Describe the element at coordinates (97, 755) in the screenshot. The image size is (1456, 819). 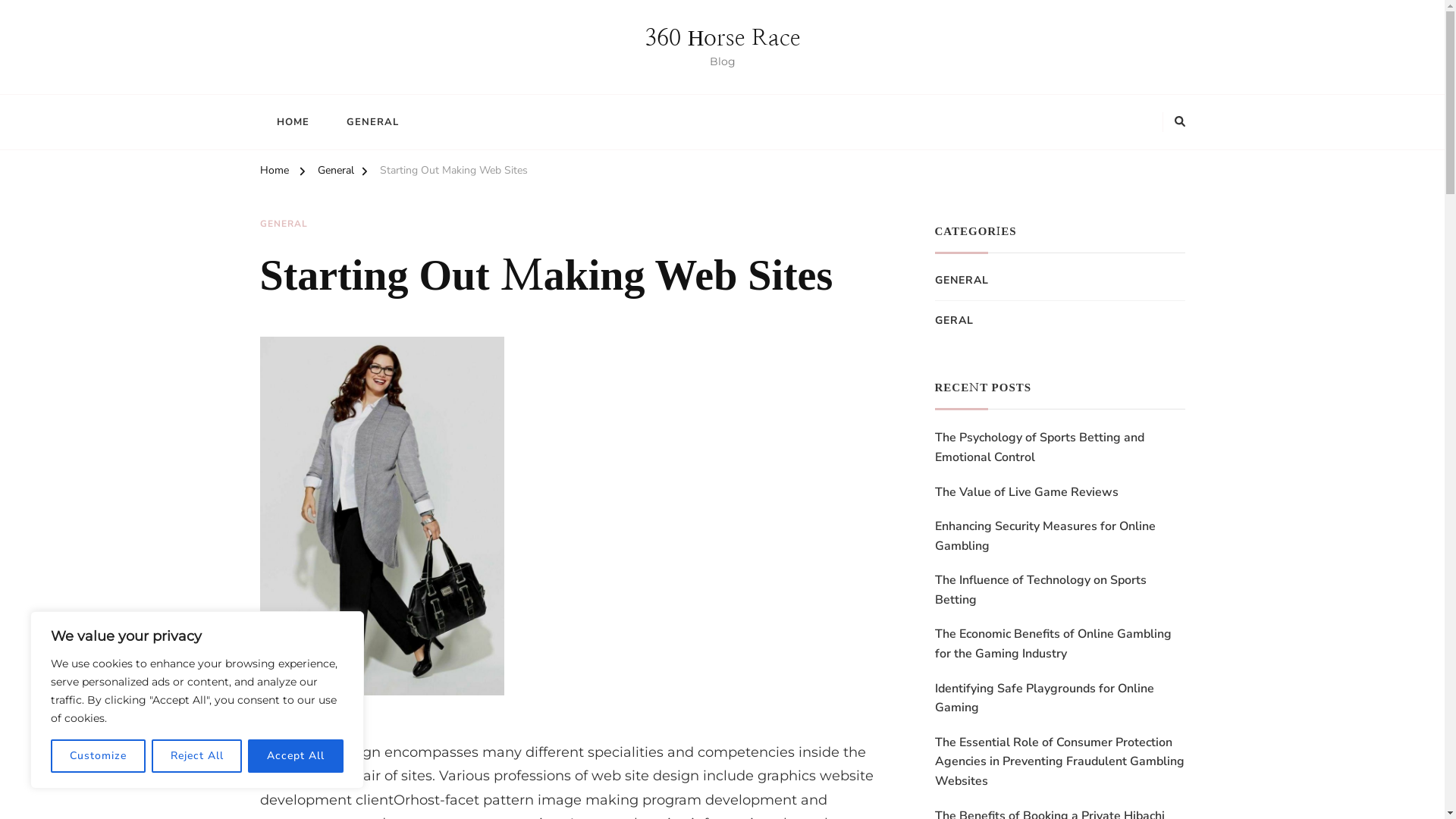
I see `'Customize'` at that location.